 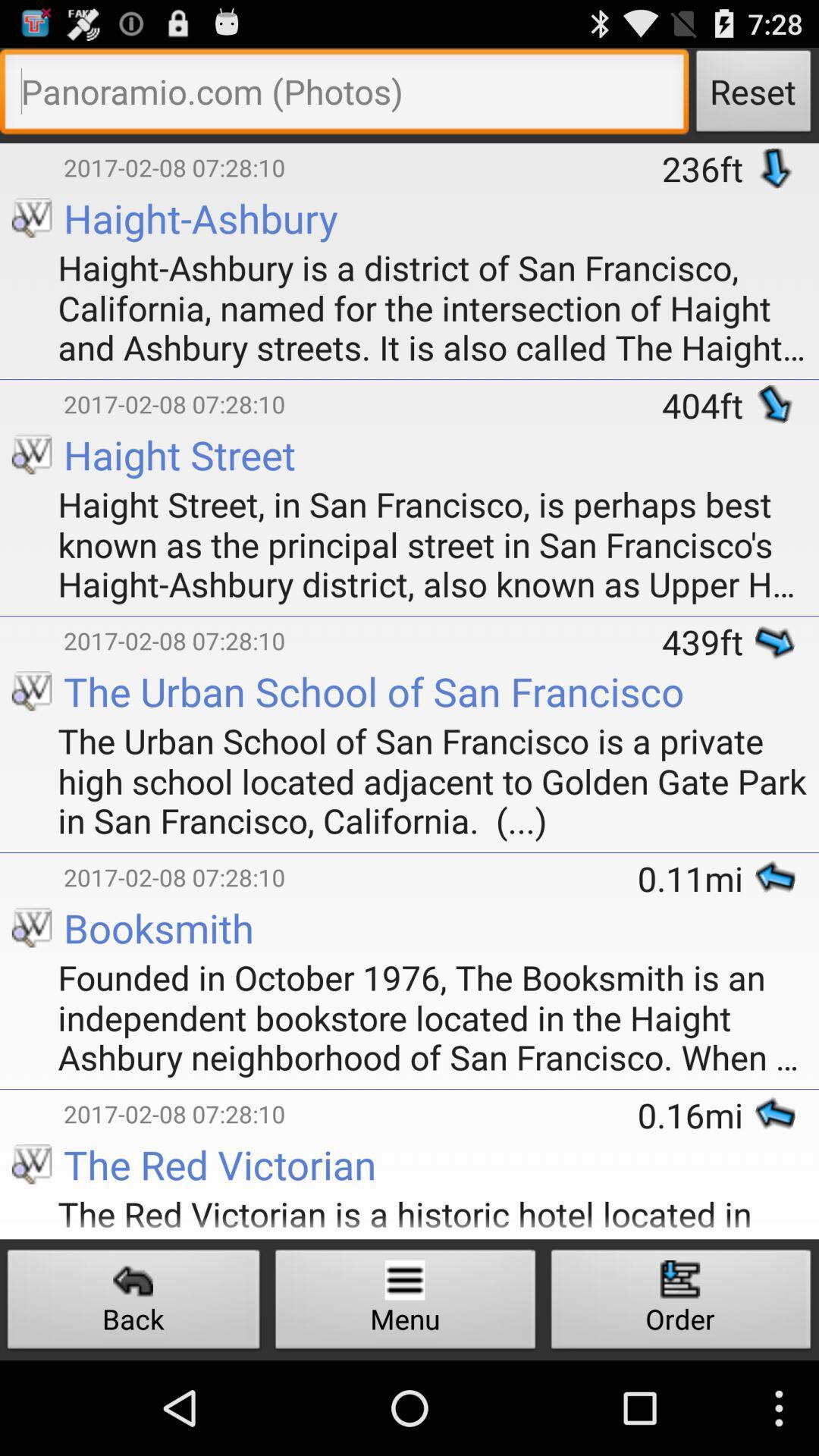 What do you see at coordinates (708, 642) in the screenshot?
I see `the item to the right of 2017 02 08 item` at bounding box center [708, 642].